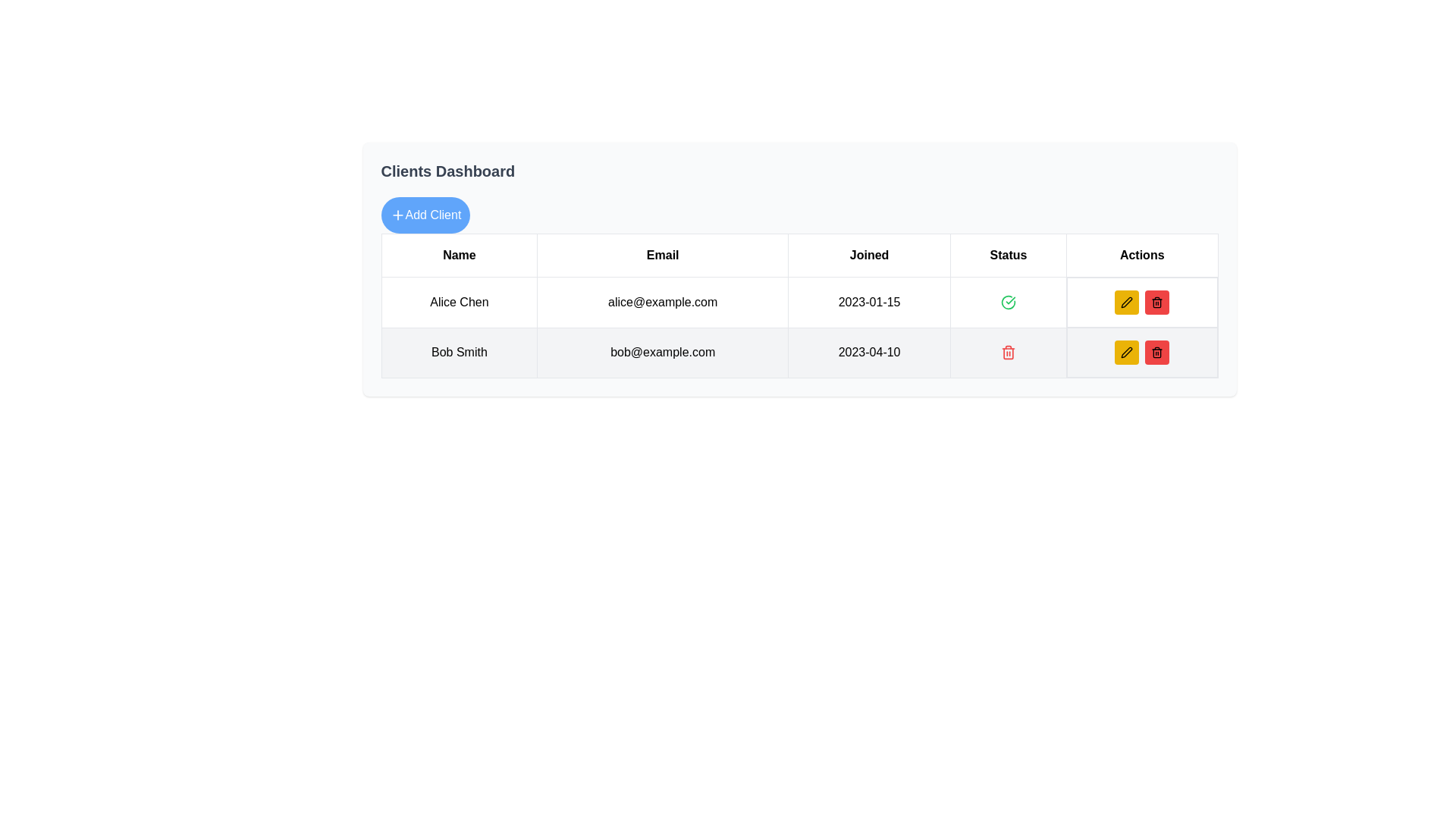 Image resolution: width=1456 pixels, height=819 pixels. Describe the element at coordinates (1156, 353) in the screenshot. I see `the delete button in the 'Actions' column of the second row corresponding to 'Bob Smith'` at that location.